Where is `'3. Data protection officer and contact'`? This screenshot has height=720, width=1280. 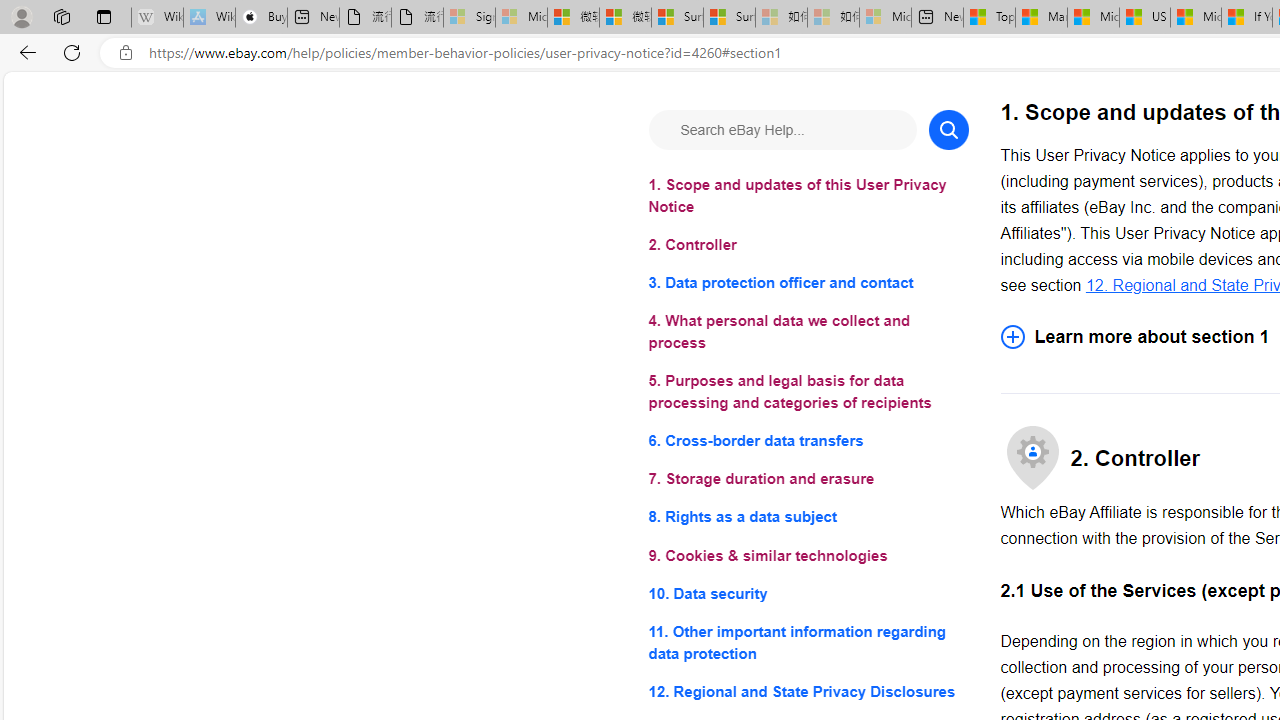 '3. Data protection officer and contact' is located at coordinates (808, 283).